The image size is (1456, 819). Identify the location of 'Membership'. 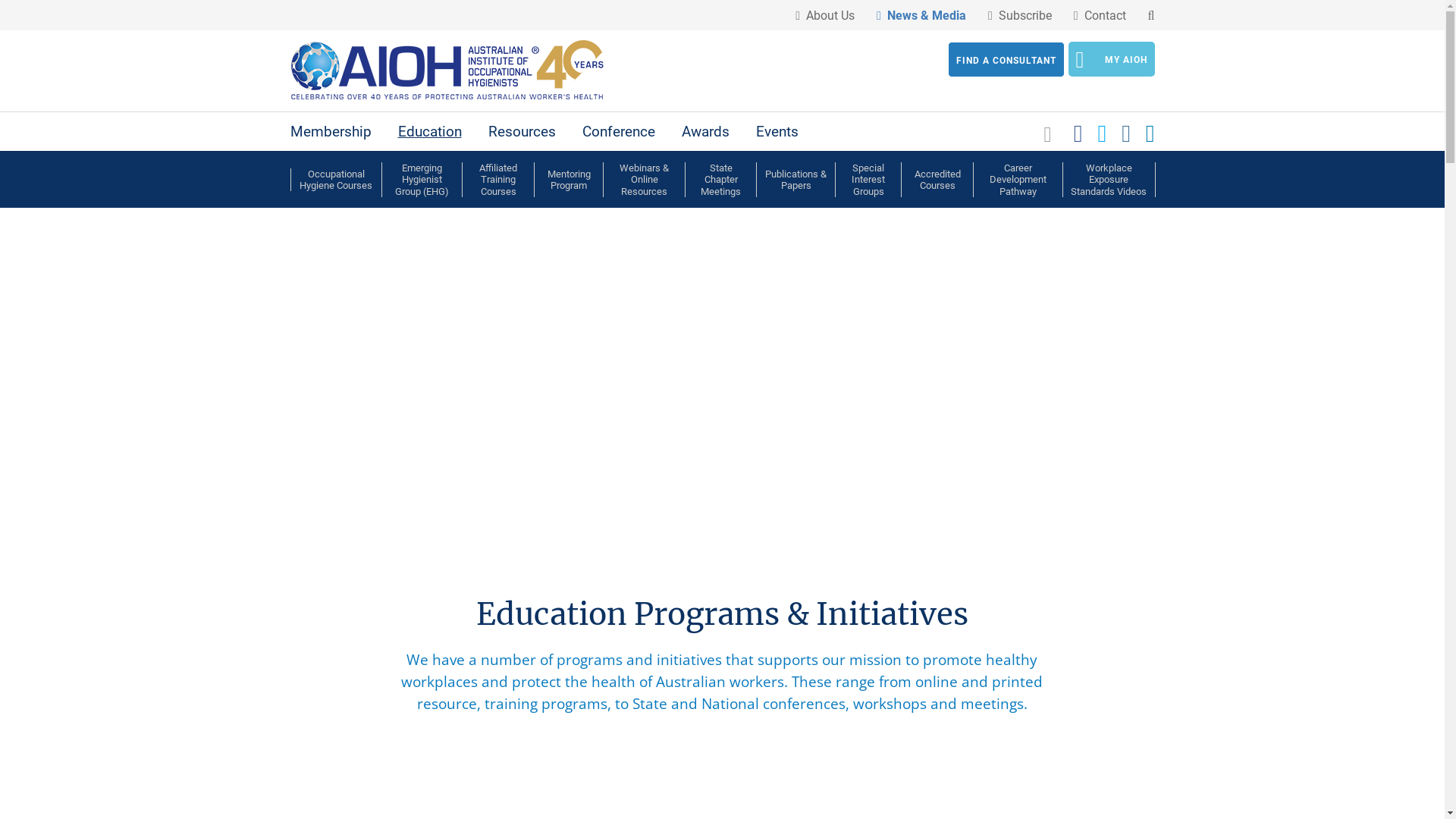
(329, 130).